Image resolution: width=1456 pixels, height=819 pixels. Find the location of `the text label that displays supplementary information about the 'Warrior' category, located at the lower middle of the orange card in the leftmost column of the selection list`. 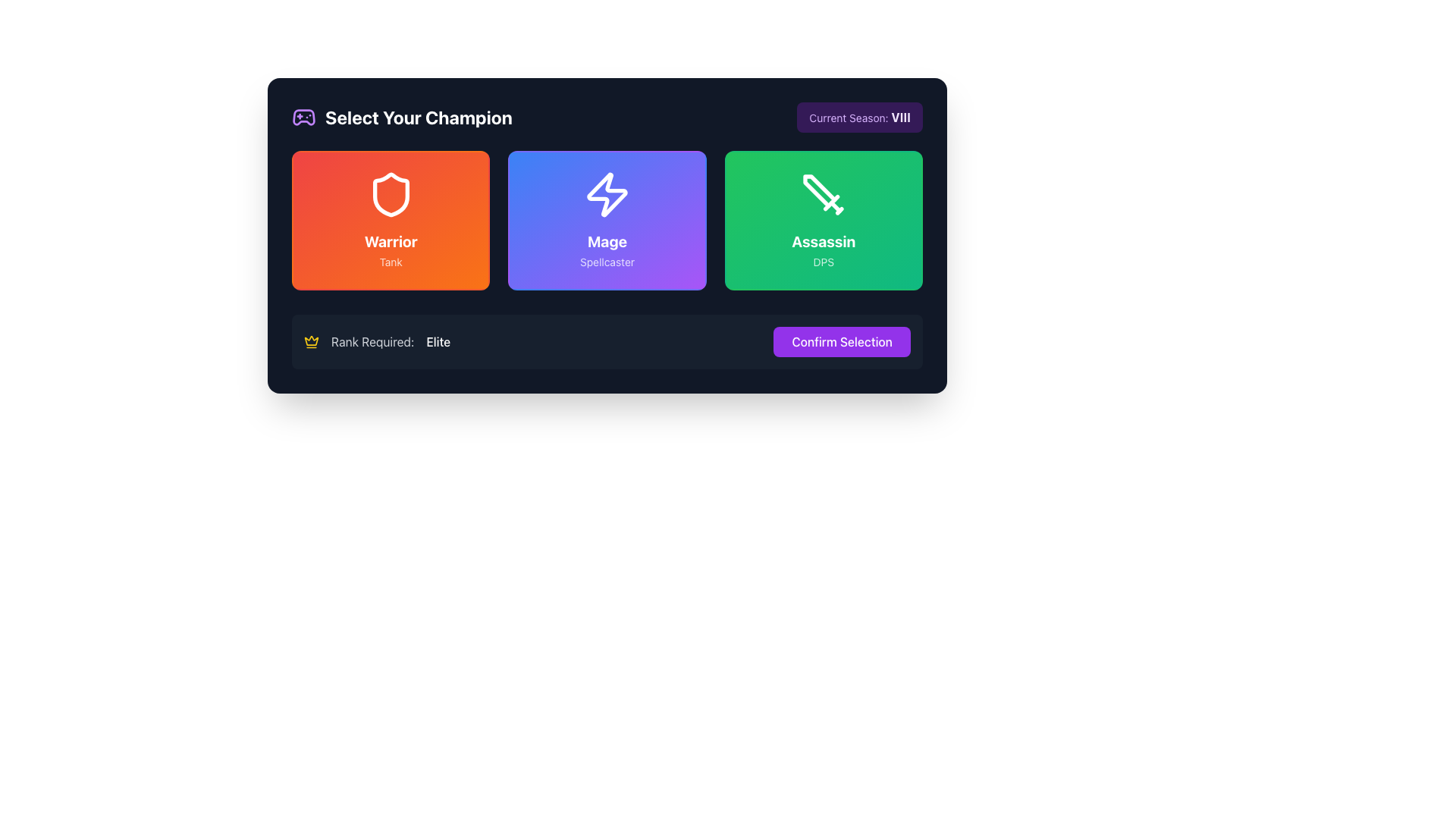

the text label that displays supplementary information about the 'Warrior' category, located at the lower middle of the orange card in the leftmost column of the selection list is located at coordinates (391, 261).